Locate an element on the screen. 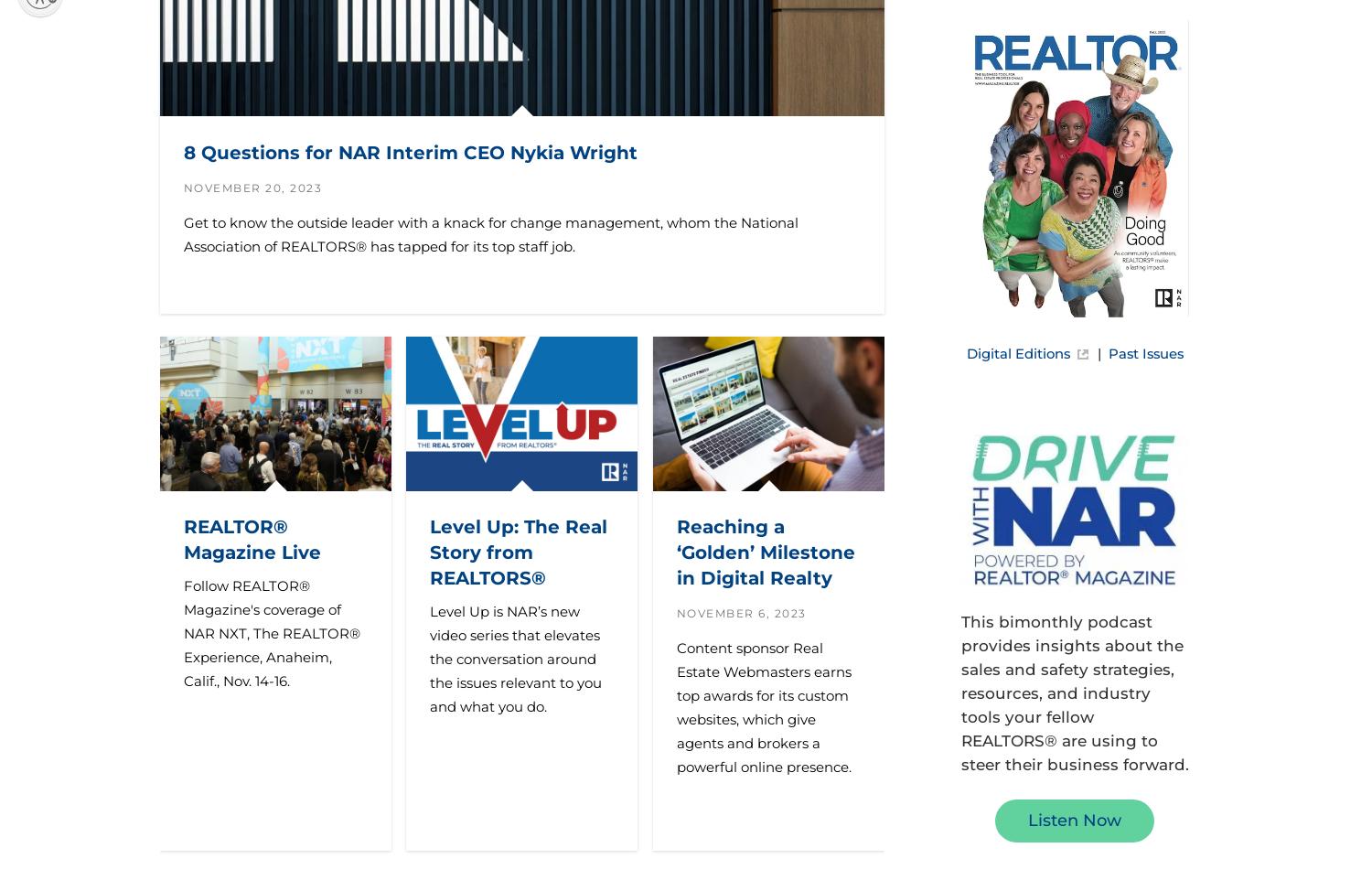 The width and height of the screenshot is (1372, 880). '8 Questions for NAR Interim CEO Nykia Wright' is located at coordinates (409, 152).